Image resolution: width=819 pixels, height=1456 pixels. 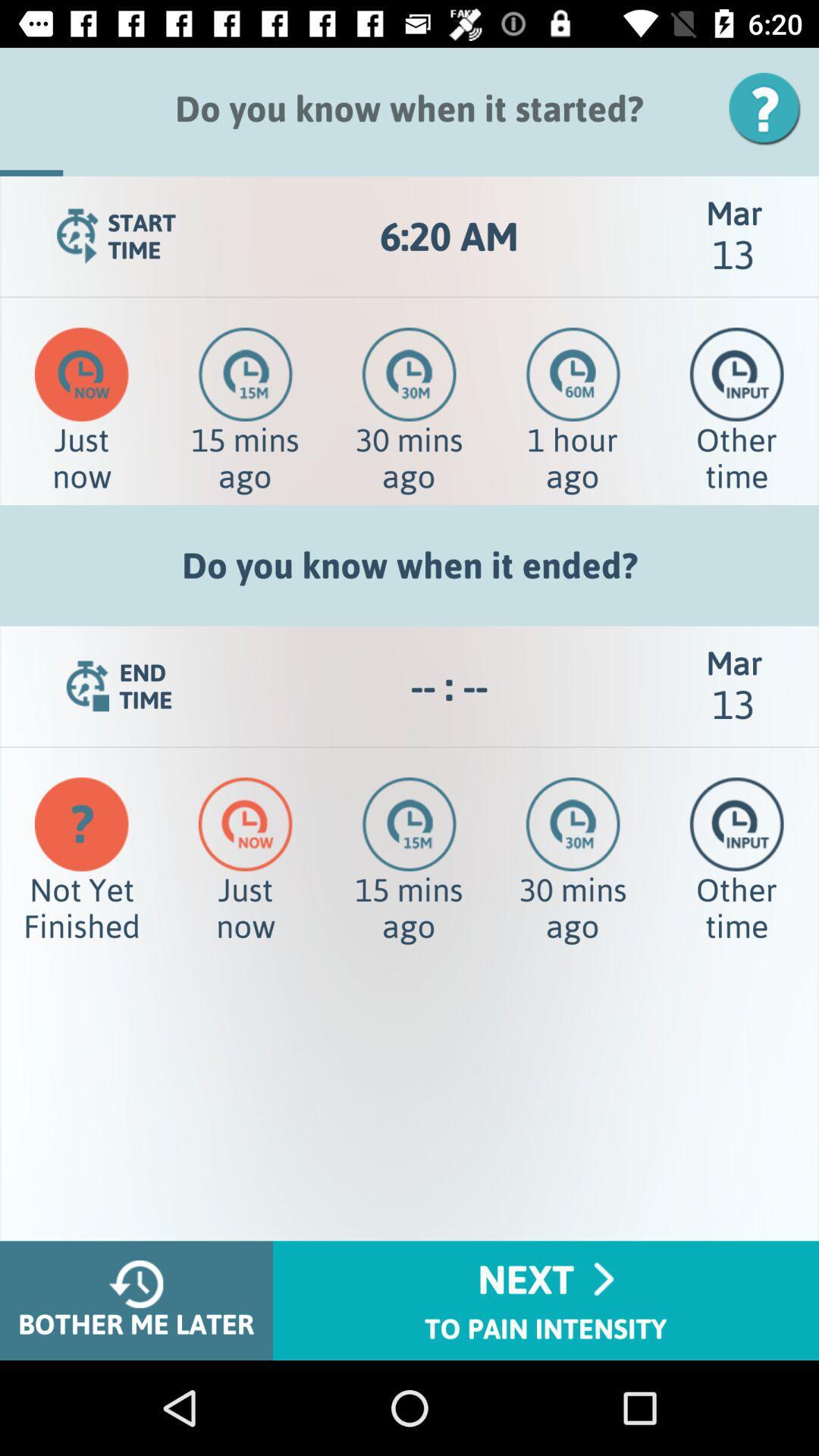 I want to click on the 6:20 am app, so click(x=448, y=236).